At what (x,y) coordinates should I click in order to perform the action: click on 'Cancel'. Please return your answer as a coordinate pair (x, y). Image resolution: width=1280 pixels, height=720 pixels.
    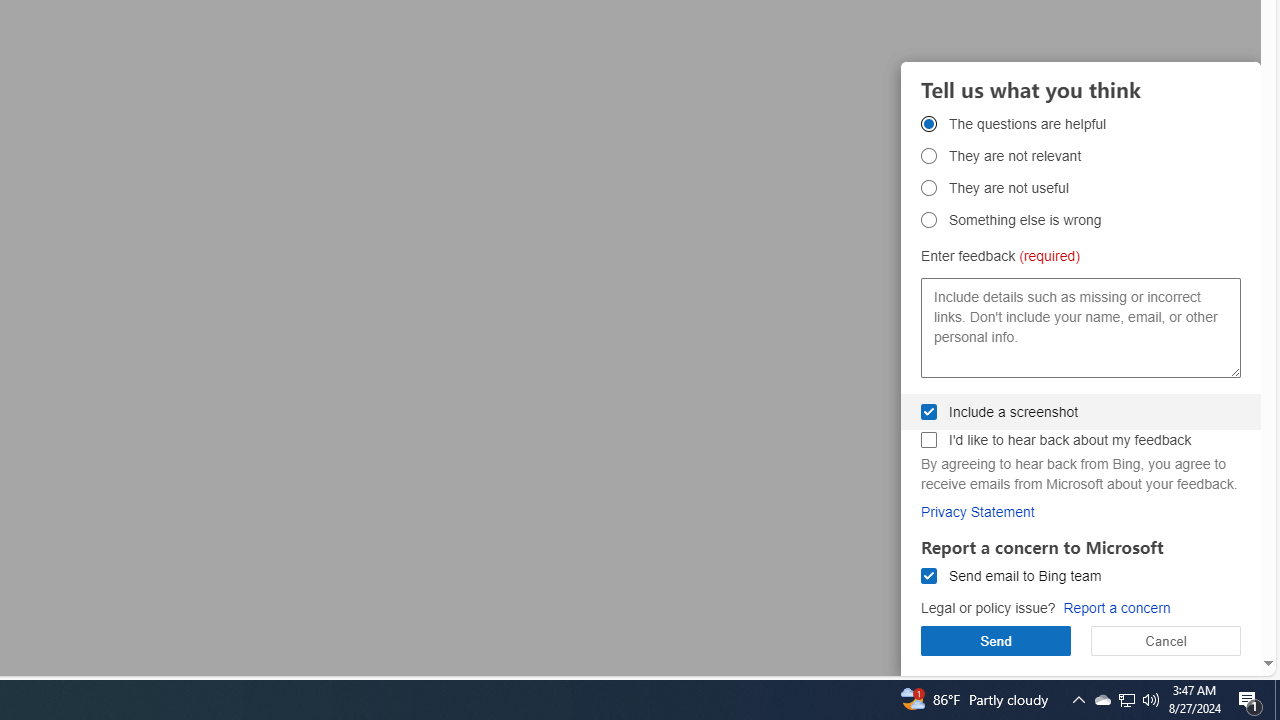
    Looking at the image, I should click on (1166, 640).